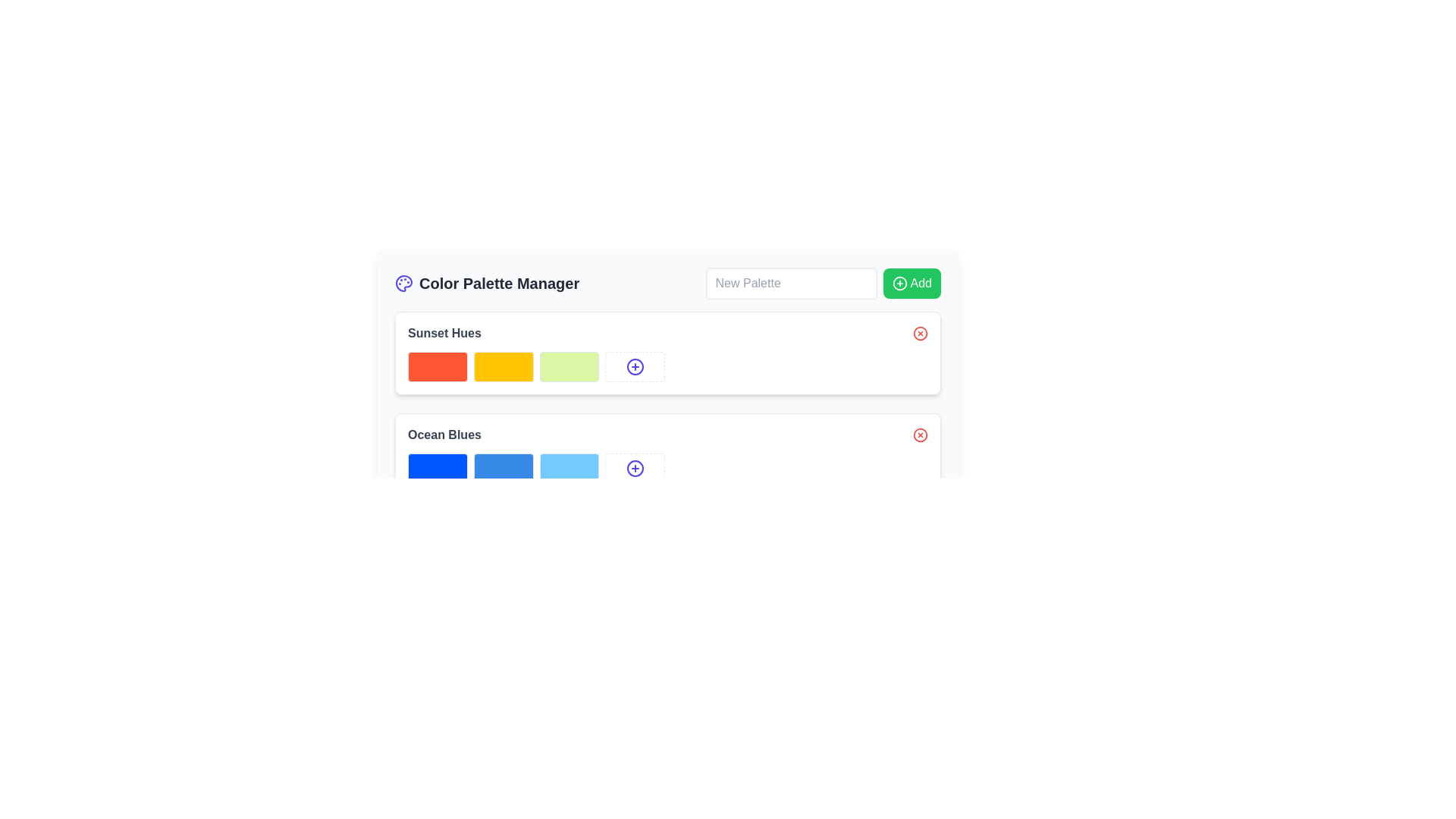 This screenshot has width=1456, height=819. What do you see at coordinates (437, 366) in the screenshot?
I see `the first color swatch in the 'Sunset Hues' color palette, which represents a color option` at bounding box center [437, 366].